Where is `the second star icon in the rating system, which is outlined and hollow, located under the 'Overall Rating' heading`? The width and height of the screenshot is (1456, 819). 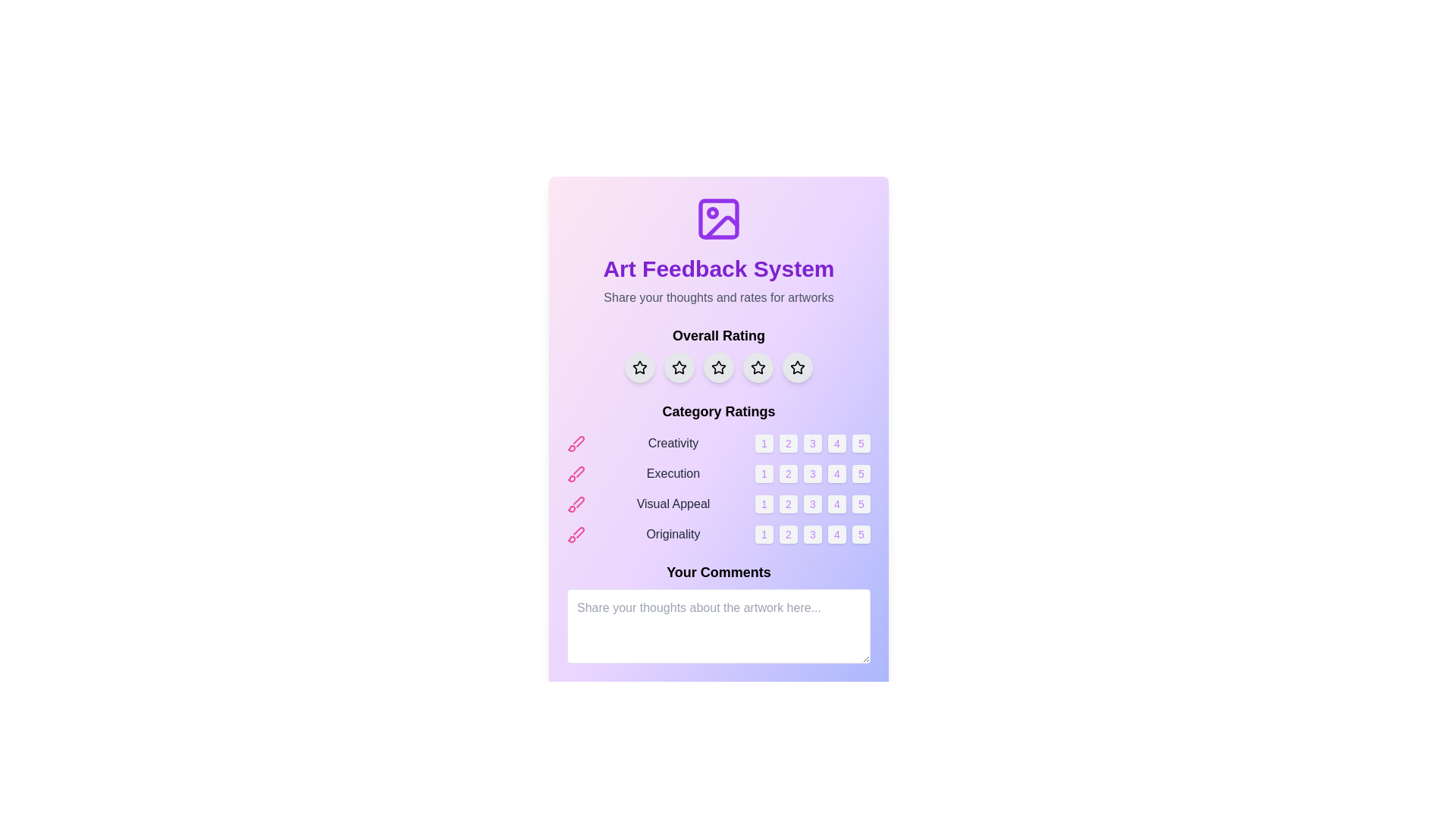
the second star icon in the rating system, which is outlined and hollow, located under the 'Overall Rating' heading is located at coordinates (679, 367).